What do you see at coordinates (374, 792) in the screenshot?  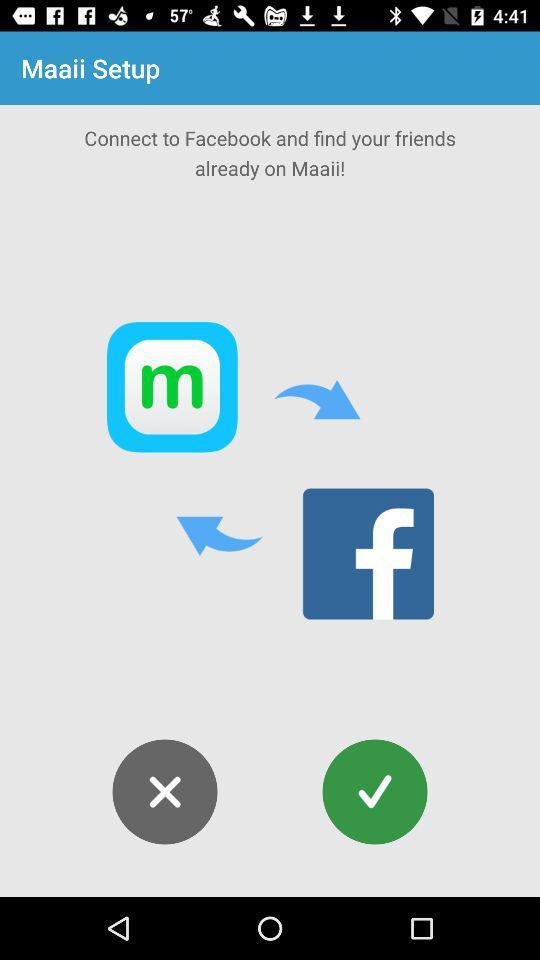 I see `choose accept` at bounding box center [374, 792].